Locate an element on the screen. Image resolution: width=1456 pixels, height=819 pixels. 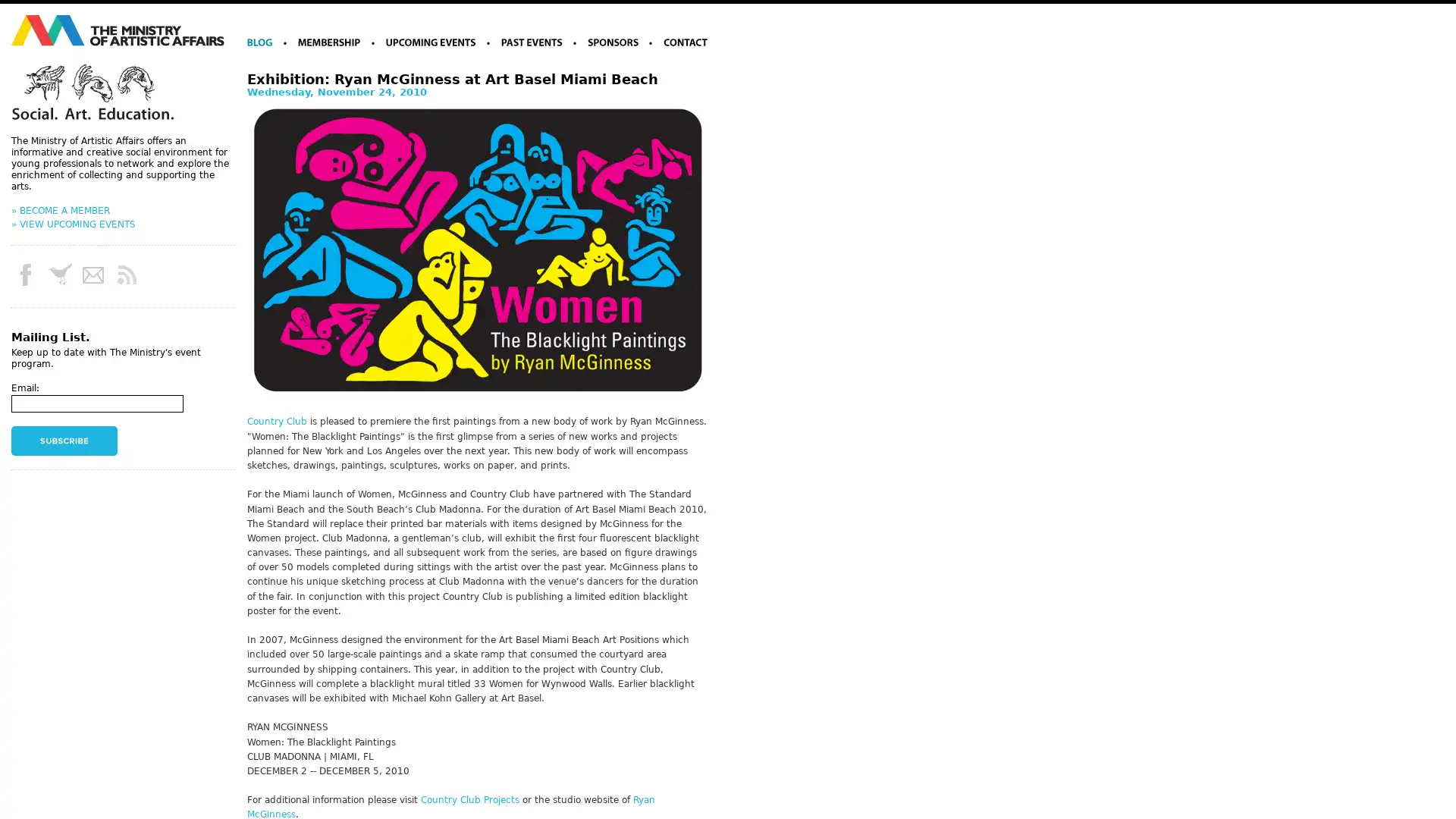
Submit is located at coordinates (64, 441).